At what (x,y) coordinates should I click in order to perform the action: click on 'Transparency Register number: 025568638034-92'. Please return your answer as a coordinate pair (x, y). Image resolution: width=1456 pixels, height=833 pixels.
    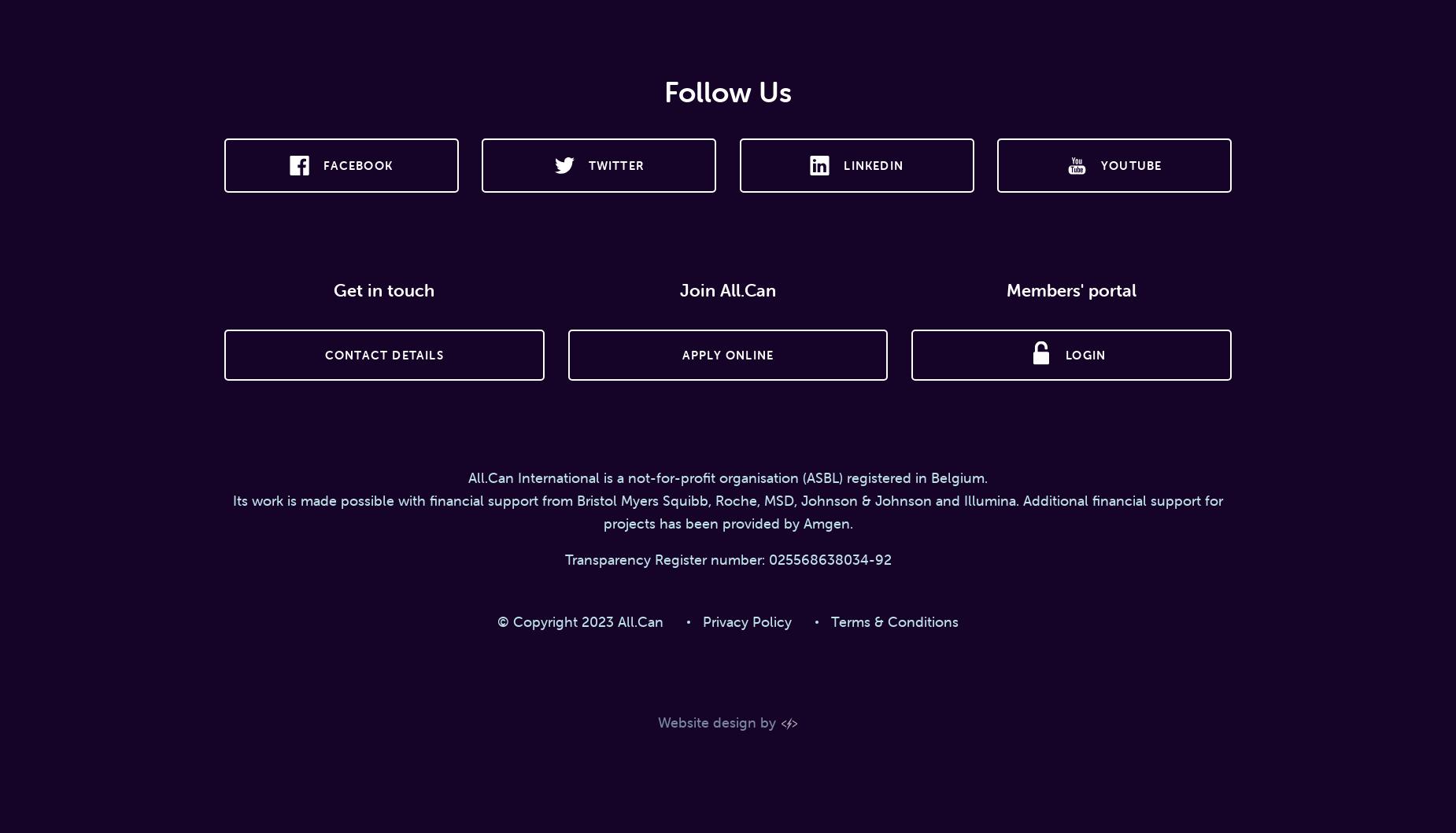
    Looking at the image, I should click on (727, 559).